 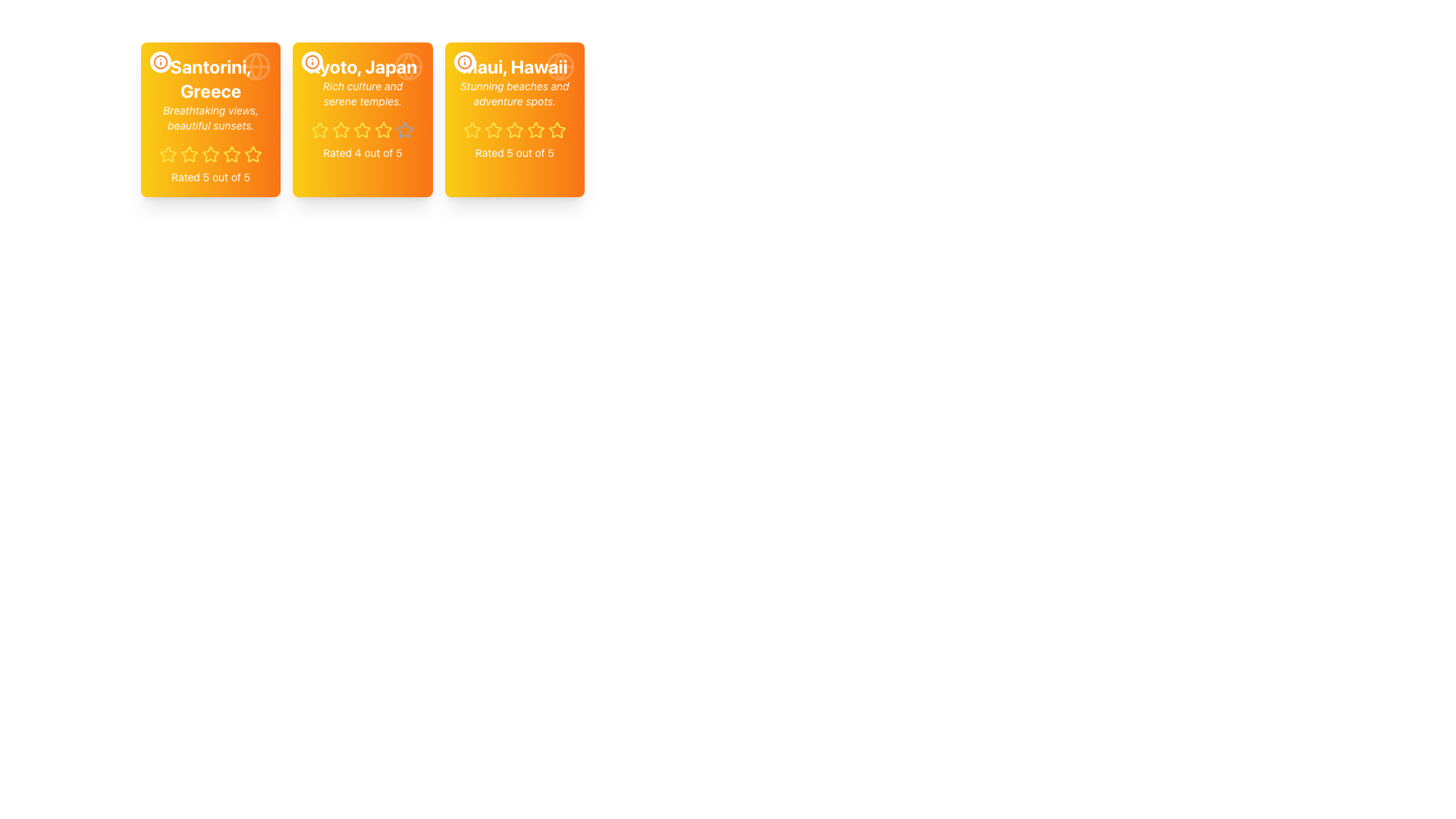 What do you see at coordinates (312, 61) in the screenshot?
I see `the circle graphical element within the 'info' icon located at the top-left of the card labeled 'Kyoto, Japan', which serves as a centerpiece of the button interface` at bounding box center [312, 61].